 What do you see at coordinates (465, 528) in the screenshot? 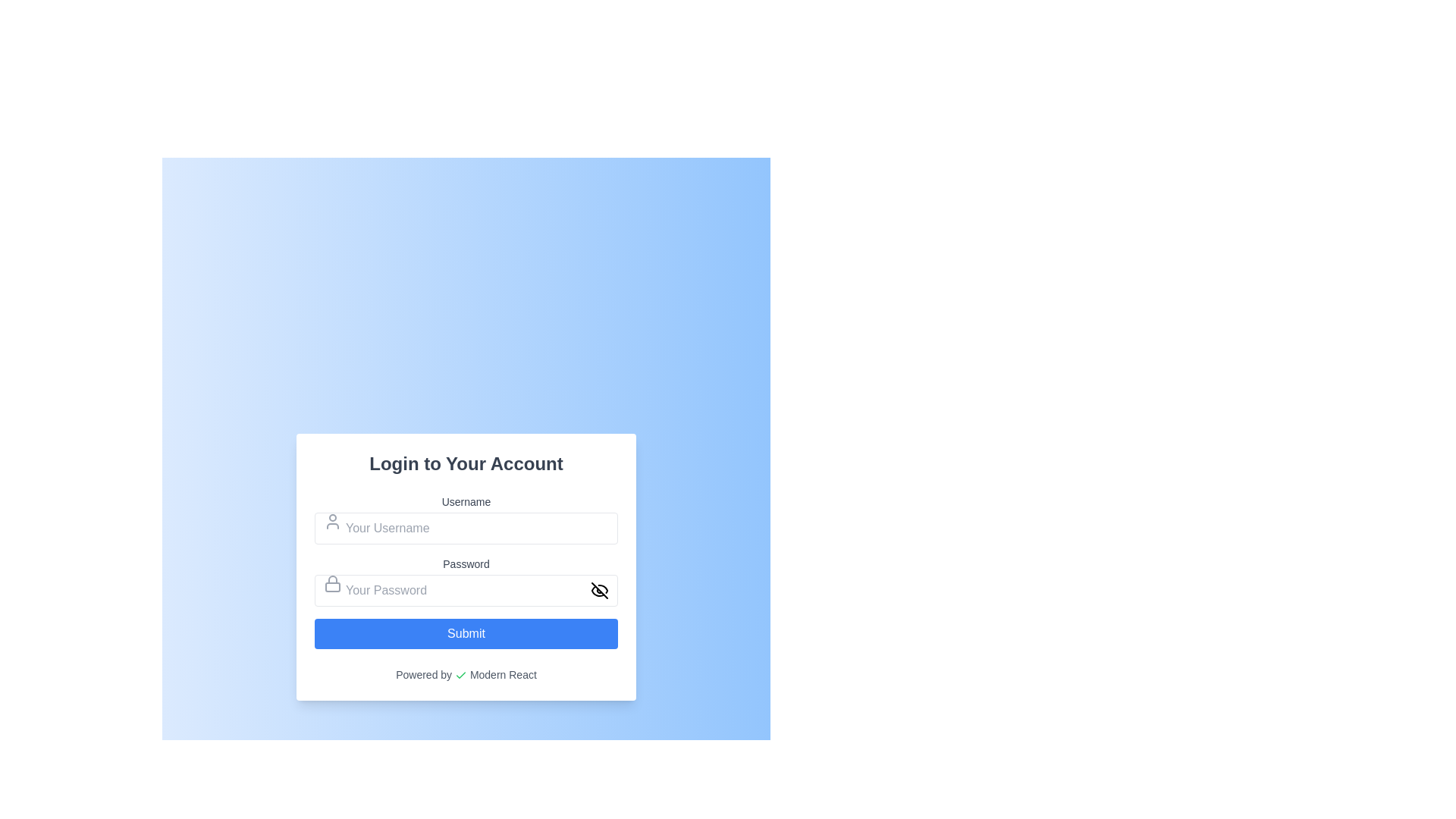
I see `inside the input field labeled 'Your Username' to focus and start typing` at bounding box center [465, 528].